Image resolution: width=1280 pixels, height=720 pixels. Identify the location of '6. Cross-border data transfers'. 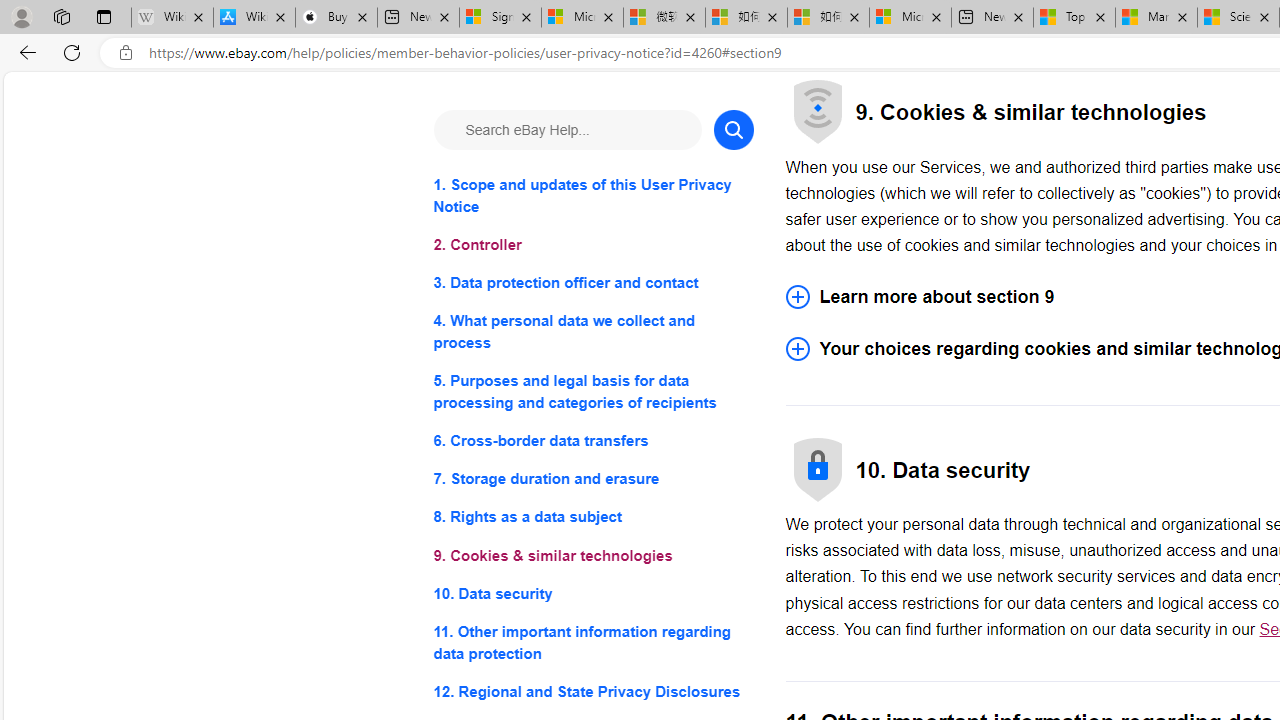
(592, 440).